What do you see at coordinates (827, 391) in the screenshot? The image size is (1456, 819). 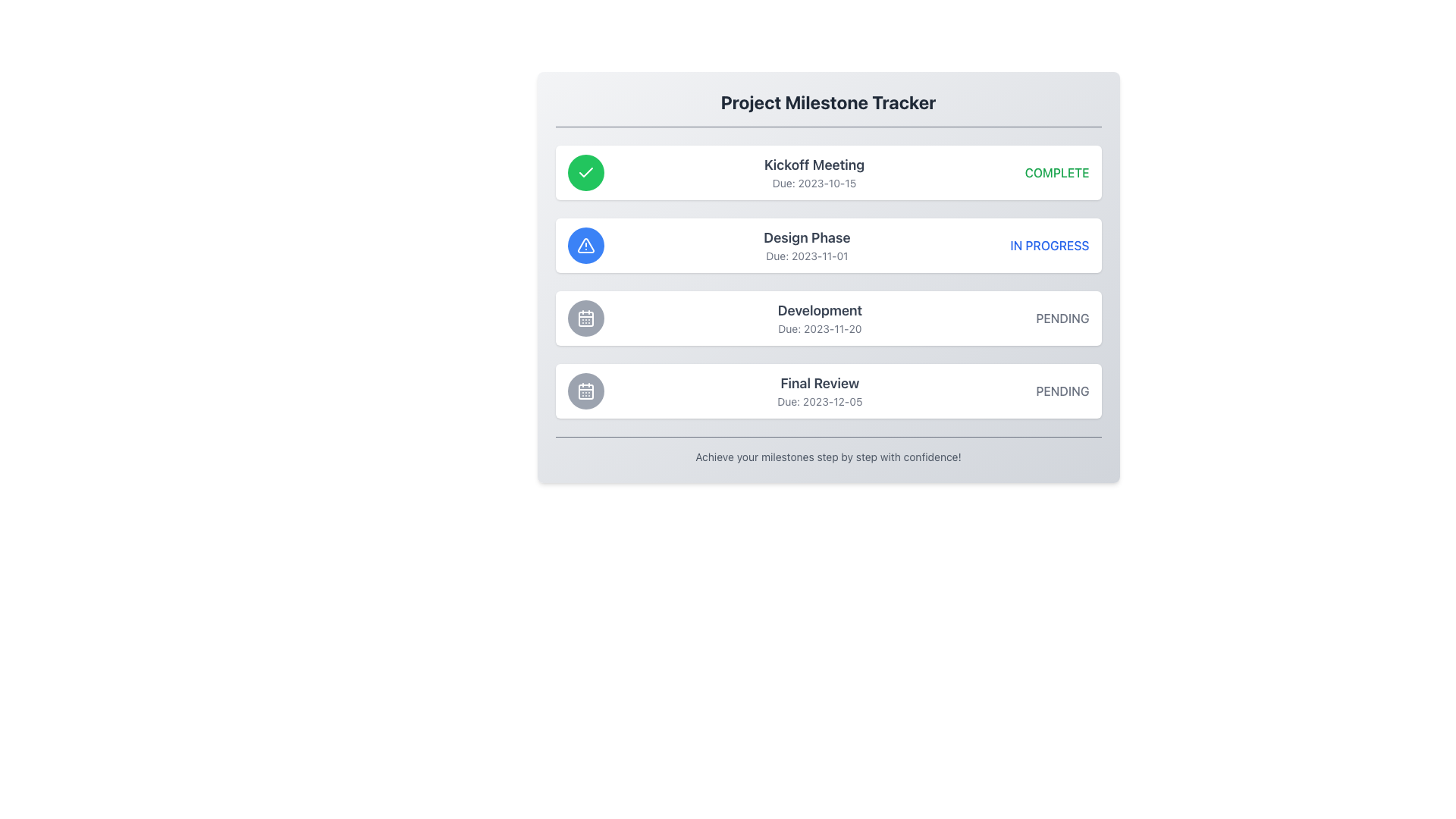 I see `the card element that contains a circular gray calendar icon on the left, the text 'Final Review' in bold at the center, and a 'PENDING' status indicator on the right` at bounding box center [827, 391].